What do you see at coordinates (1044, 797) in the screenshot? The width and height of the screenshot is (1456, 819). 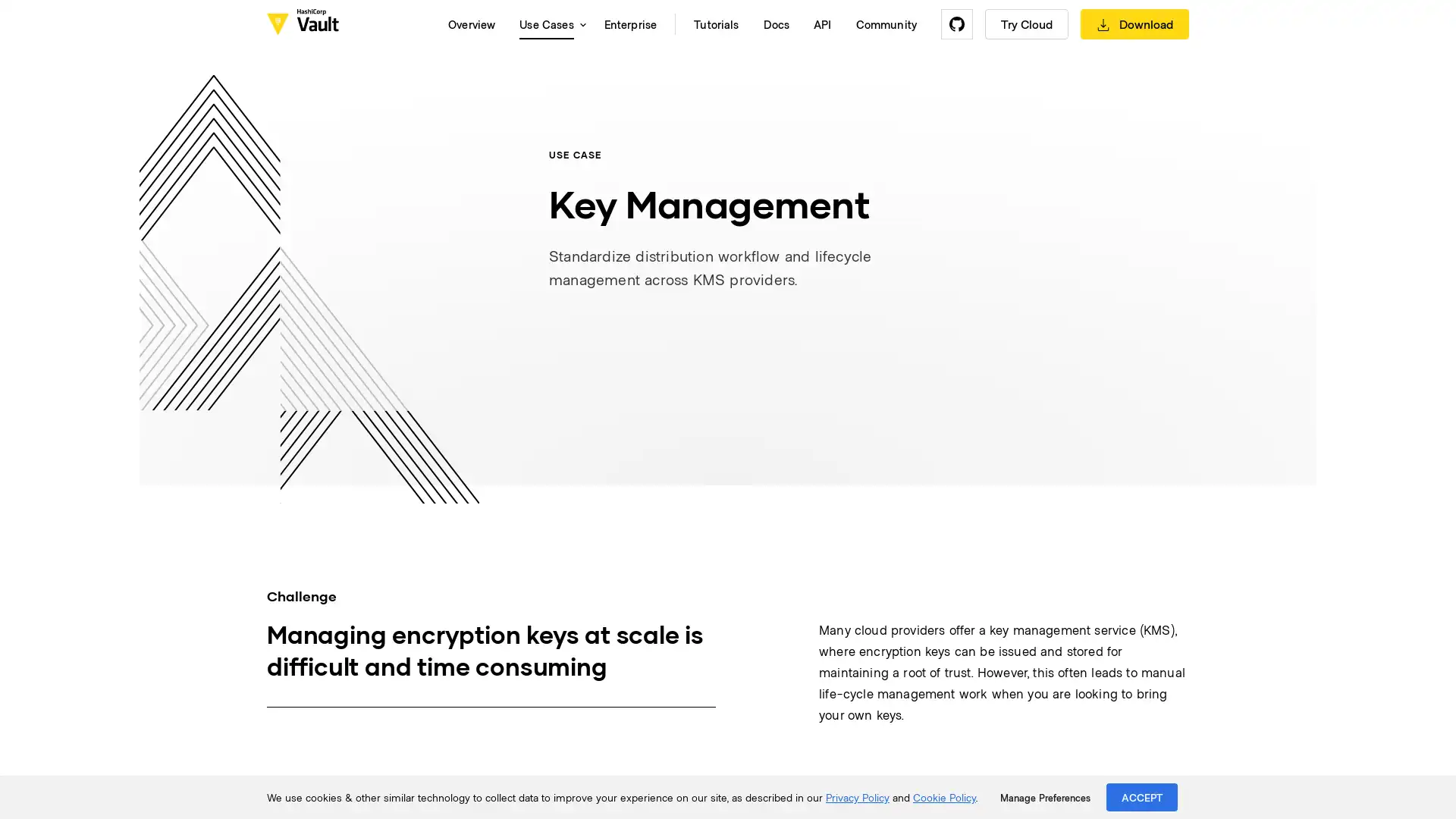 I see `Manage Preferences` at bounding box center [1044, 797].